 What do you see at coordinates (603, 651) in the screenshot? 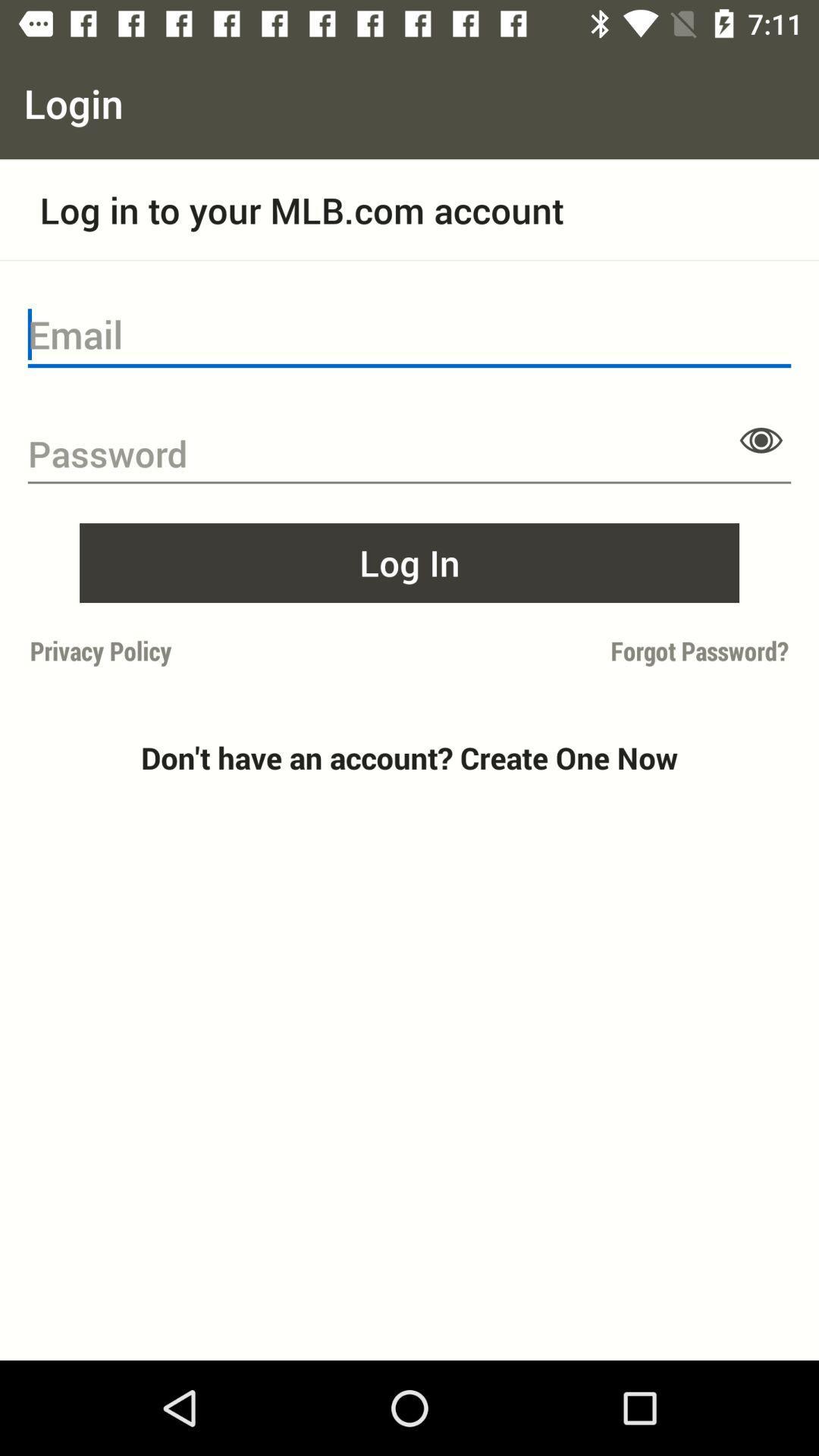
I see `item above don t have` at bounding box center [603, 651].